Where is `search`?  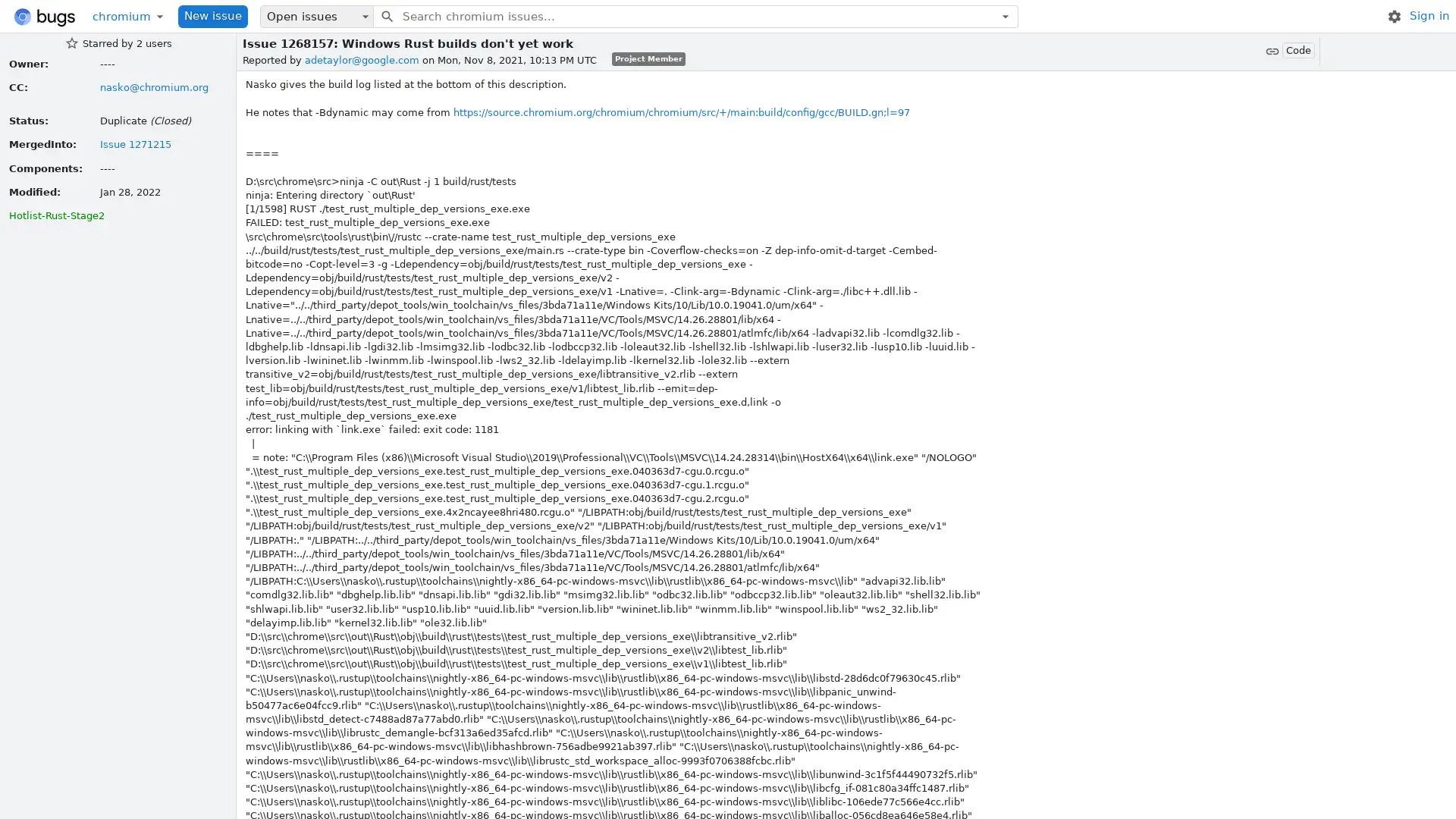 search is located at coordinates (386, 15).